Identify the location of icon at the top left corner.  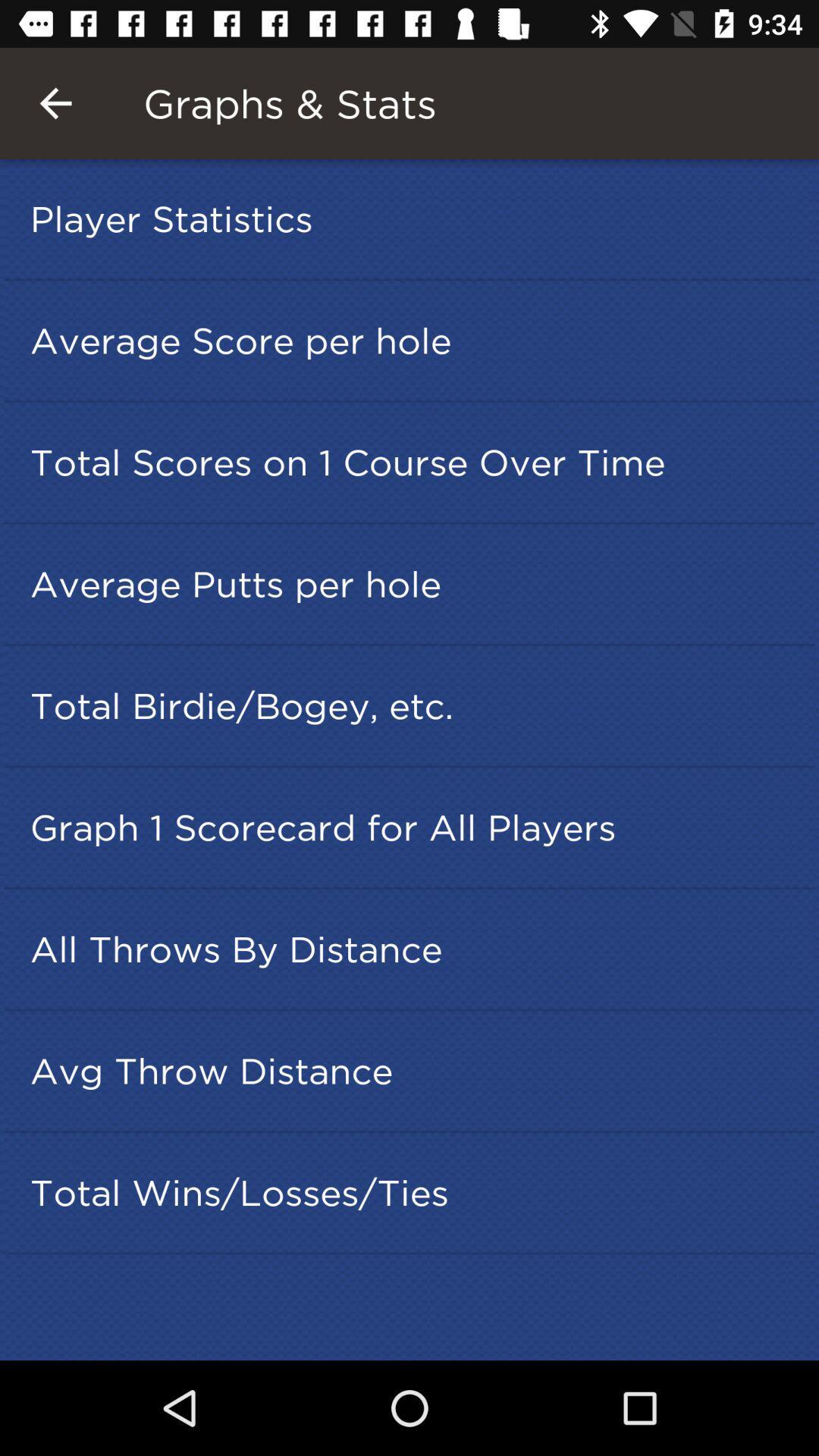
(55, 102).